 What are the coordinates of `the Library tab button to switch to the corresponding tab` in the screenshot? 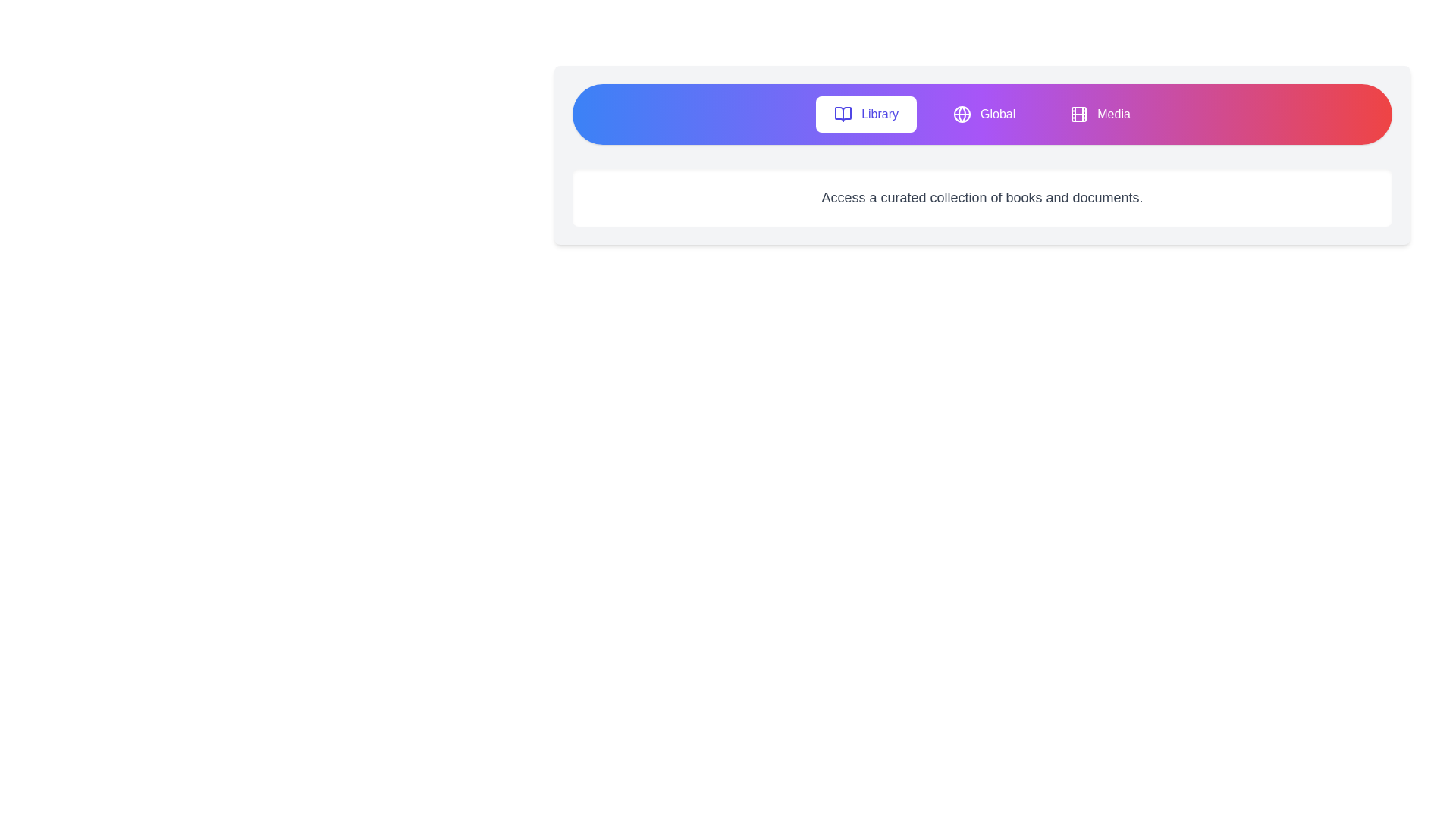 It's located at (866, 113).